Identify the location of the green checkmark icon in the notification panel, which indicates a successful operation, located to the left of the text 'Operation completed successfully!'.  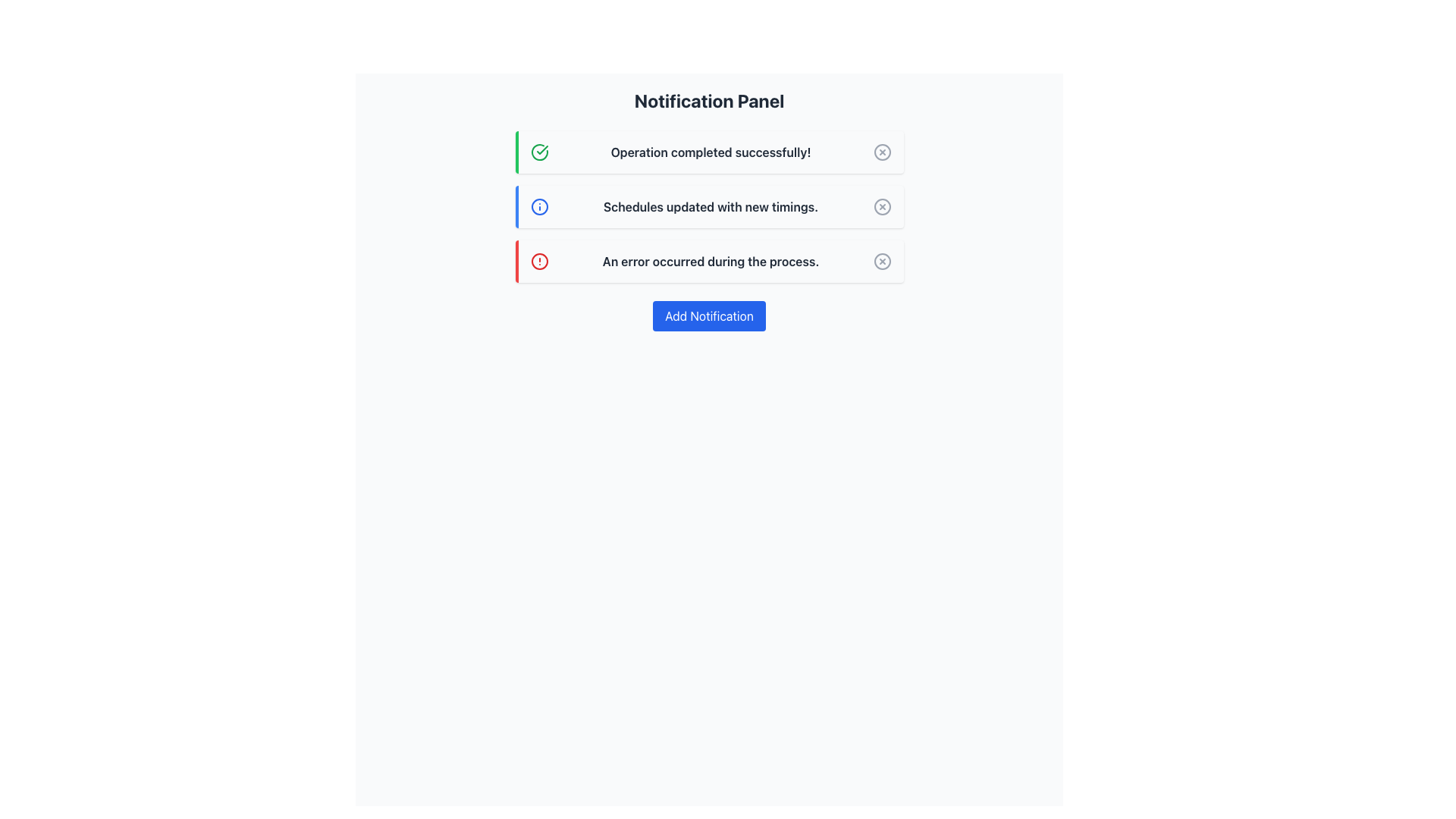
(542, 149).